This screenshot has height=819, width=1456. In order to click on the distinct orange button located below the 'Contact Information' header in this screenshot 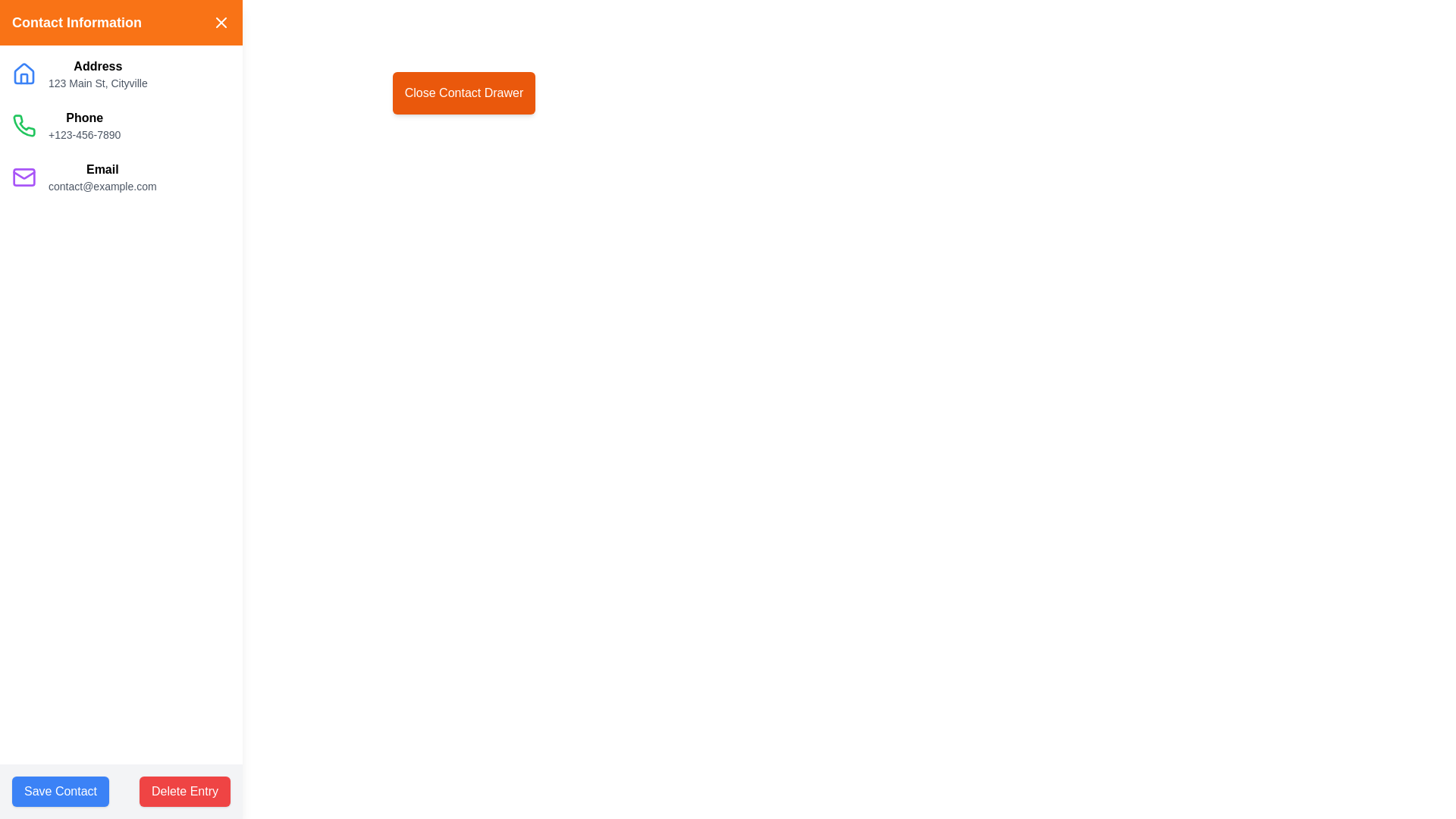, I will do `click(463, 93)`.